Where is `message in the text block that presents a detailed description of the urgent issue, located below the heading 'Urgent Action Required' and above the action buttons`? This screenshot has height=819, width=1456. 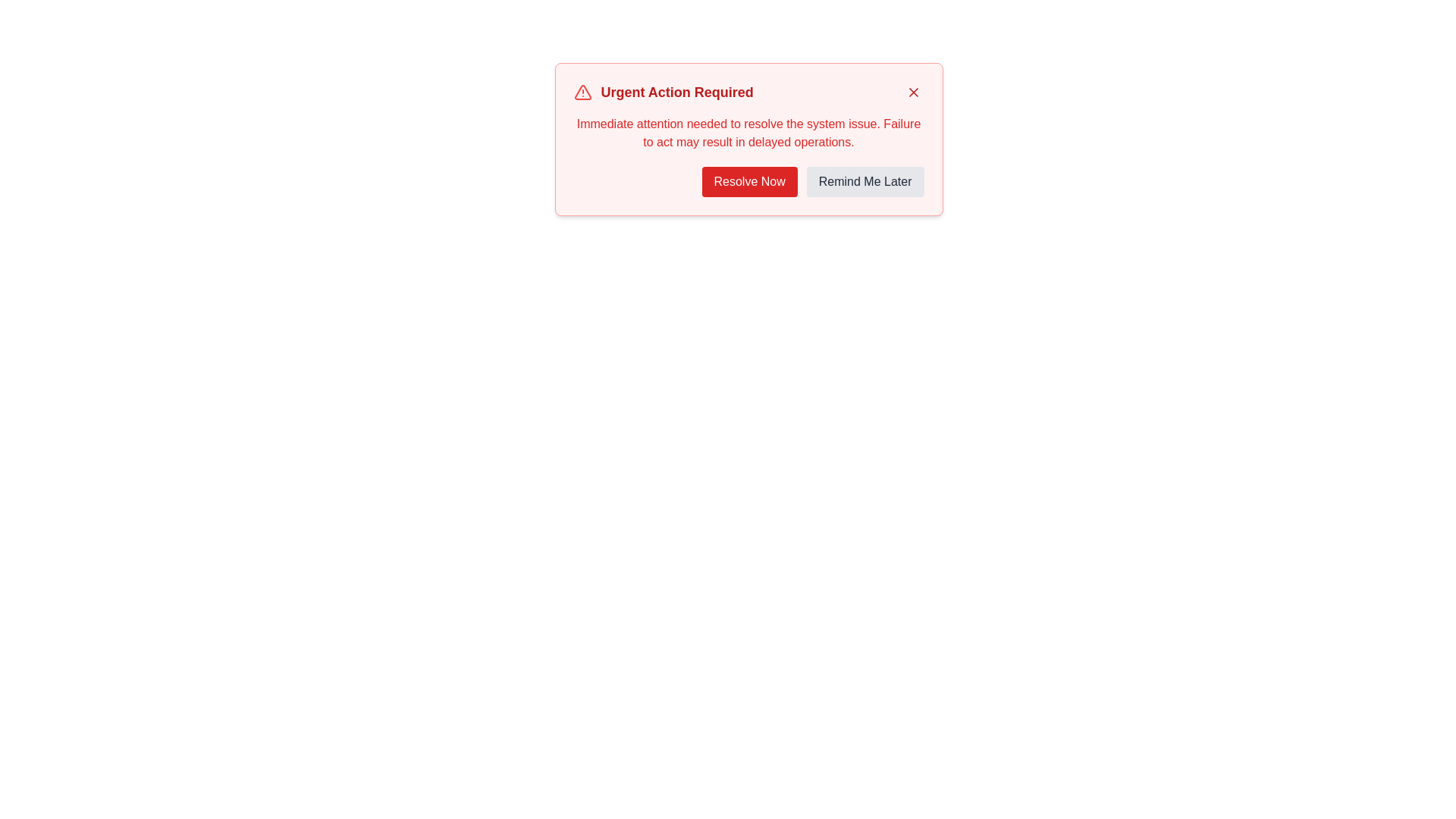 message in the text block that presents a detailed description of the urgent issue, located below the heading 'Urgent Action Required' and above the action buttons is located at coordinates (748, 133).